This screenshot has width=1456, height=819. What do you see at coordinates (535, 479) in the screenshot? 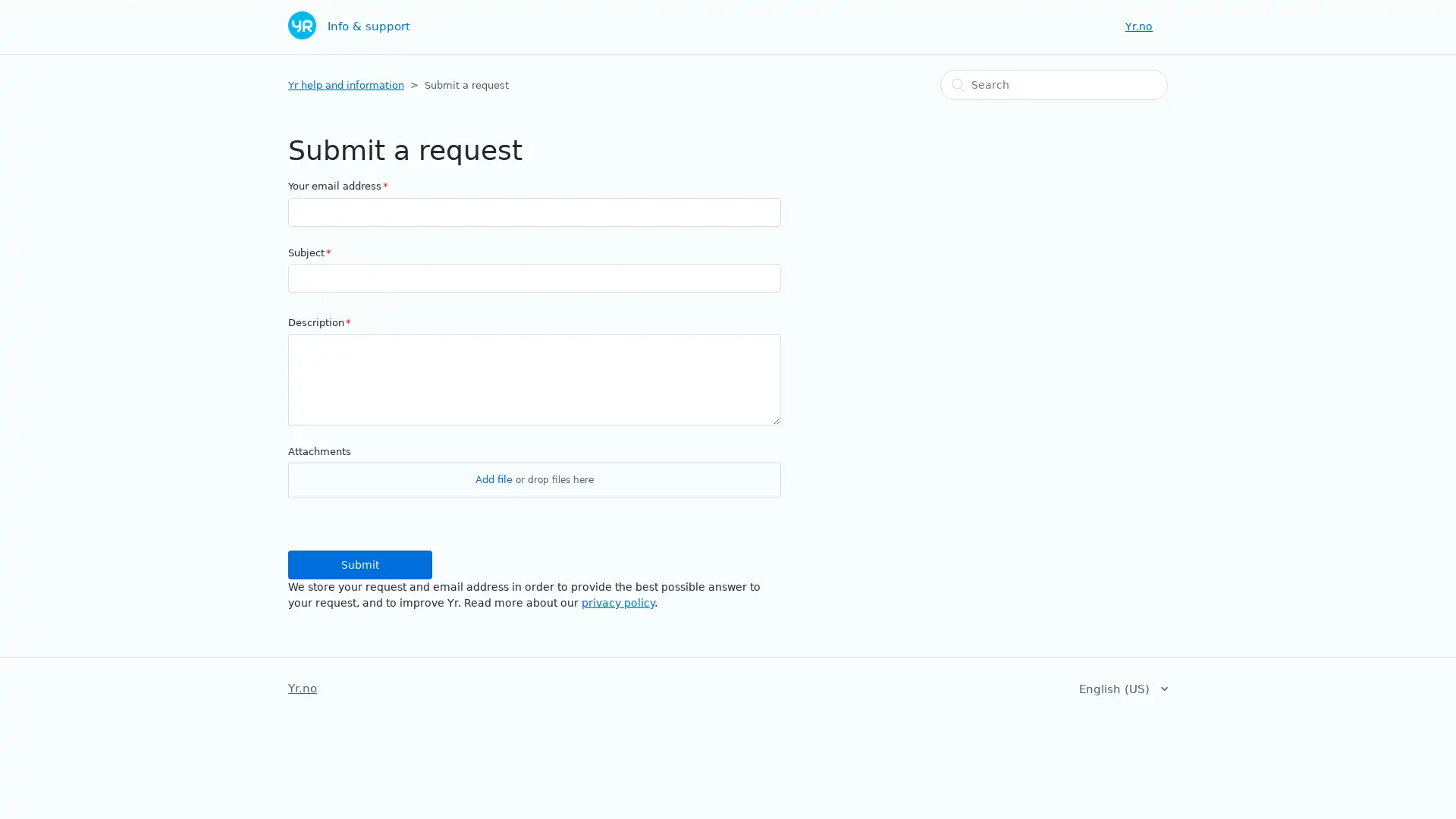
I see `Attachments` at bounding box center [535, 479].